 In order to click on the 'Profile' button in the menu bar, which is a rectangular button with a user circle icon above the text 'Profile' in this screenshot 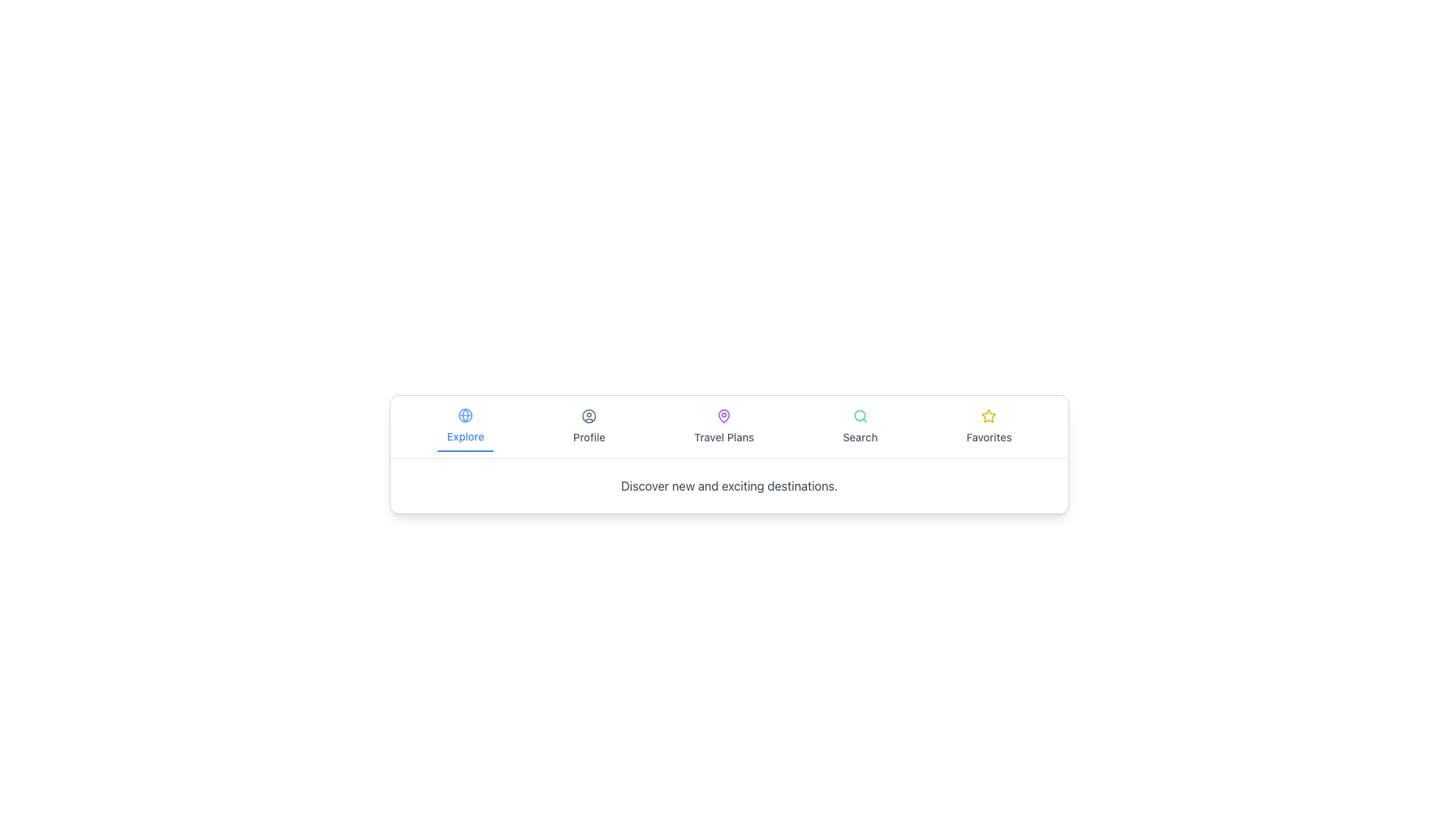, I will do `click(588, 427)`.